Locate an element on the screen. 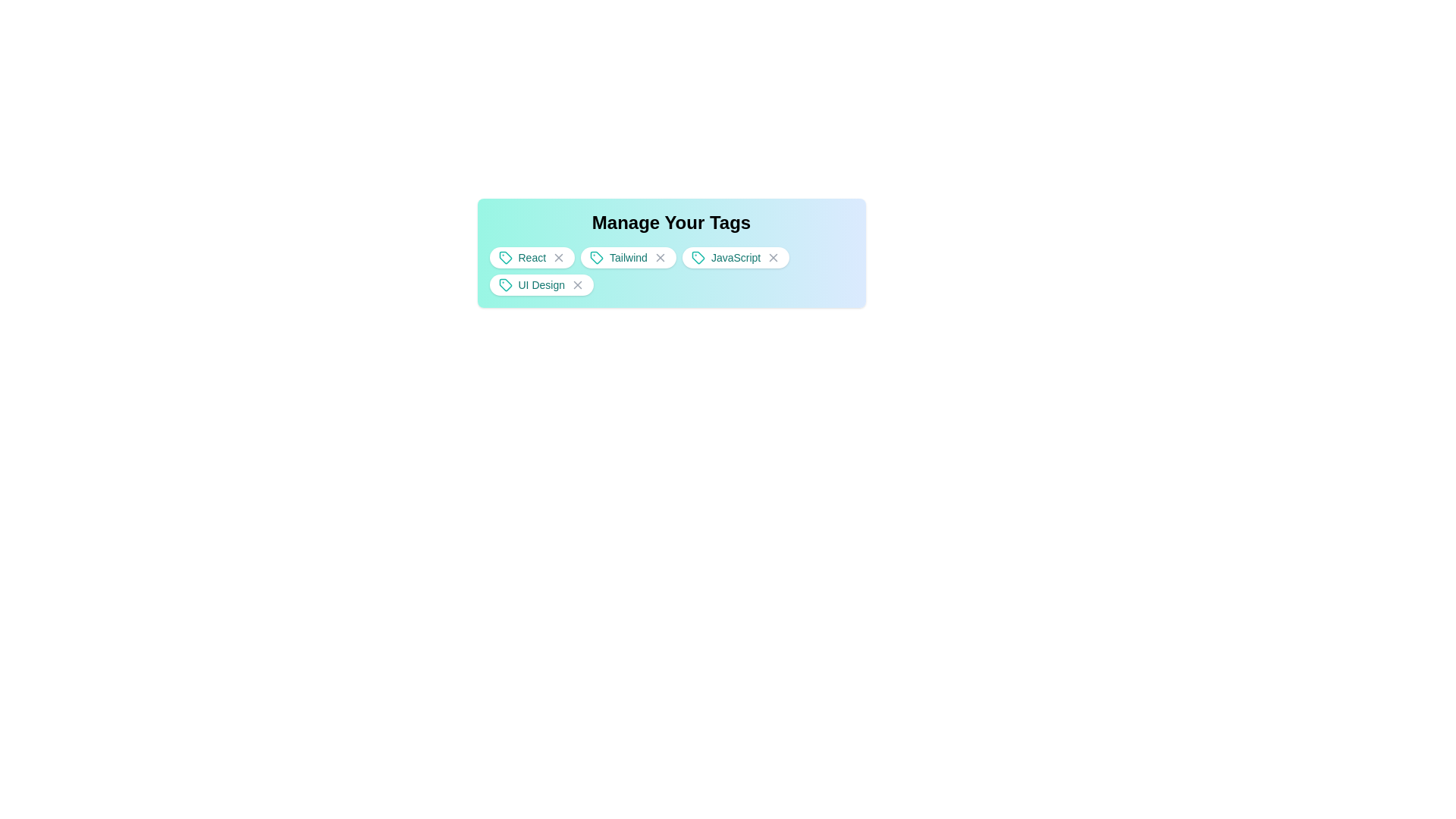 This screenshot has width=1456, height=819. the close button of the tag React to remove it is located at coordinates (555, 256).